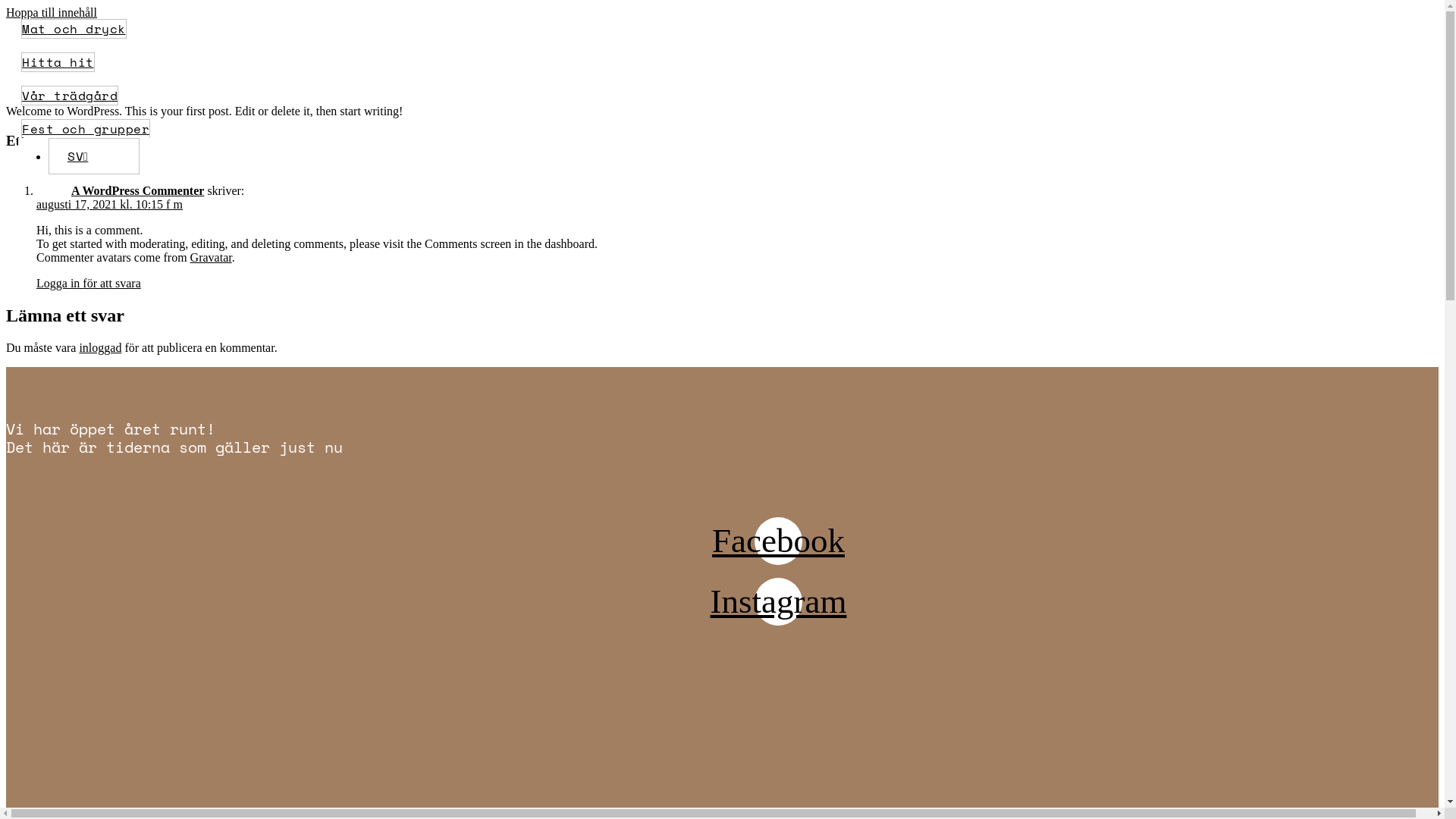 The height and width of the screenshot is (819, 1456). Describe the element at coordinates (21, 127) in the screenshot. I see `'Fest och grupper'` at that location.